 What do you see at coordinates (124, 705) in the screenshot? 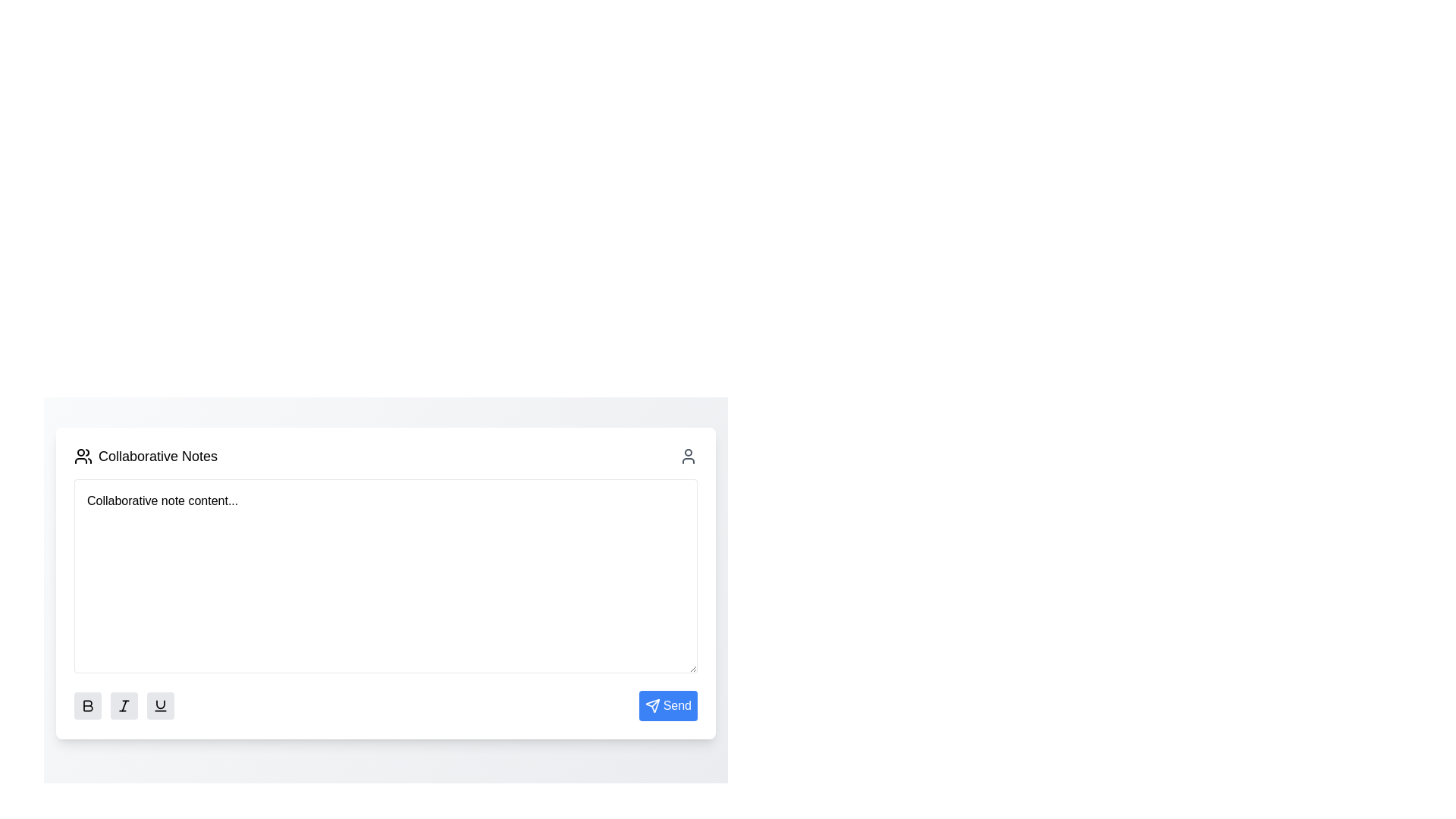
I see `the second icon button from the left in the formatting toolbar beneath the 'Collaborative Notes' input area` at bounding box center [124, 705].